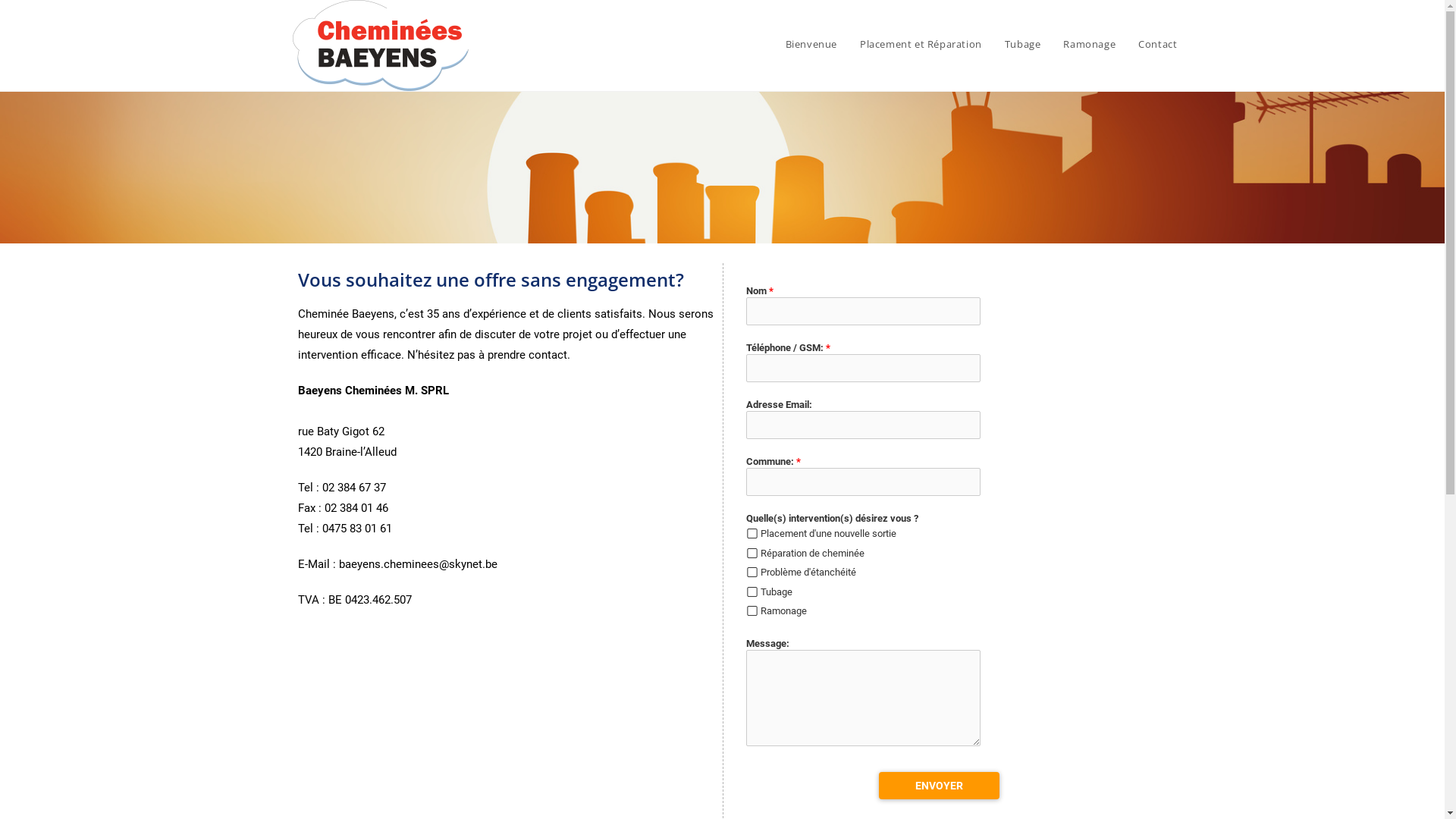 This screenshot has width=1456, height=819. Describe the element at coordinates (1156, 42) in the screenshot. I see `'Contact'` at that location.